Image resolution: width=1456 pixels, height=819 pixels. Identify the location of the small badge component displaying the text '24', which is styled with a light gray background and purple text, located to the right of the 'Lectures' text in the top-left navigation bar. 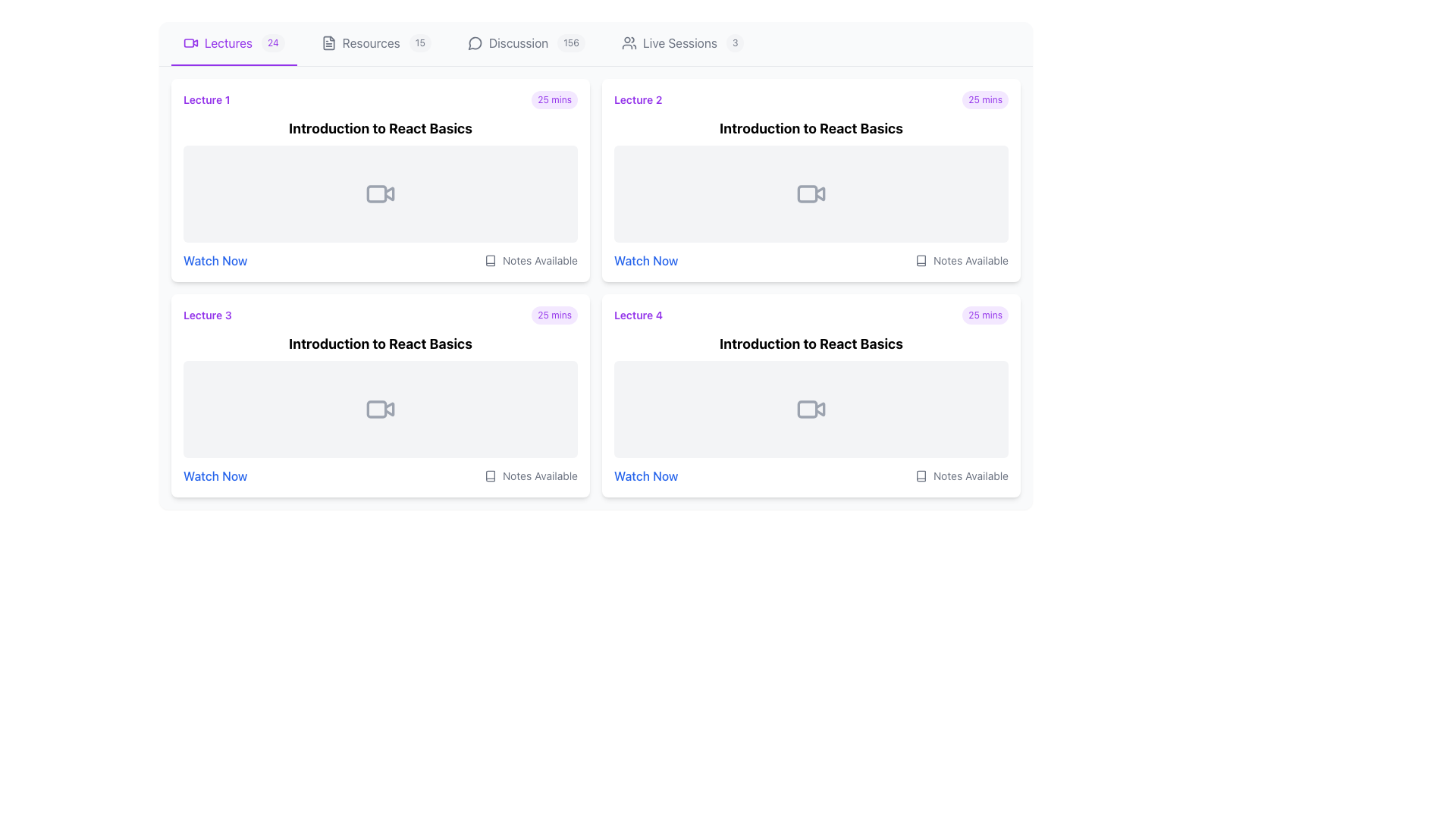
(273, 42).